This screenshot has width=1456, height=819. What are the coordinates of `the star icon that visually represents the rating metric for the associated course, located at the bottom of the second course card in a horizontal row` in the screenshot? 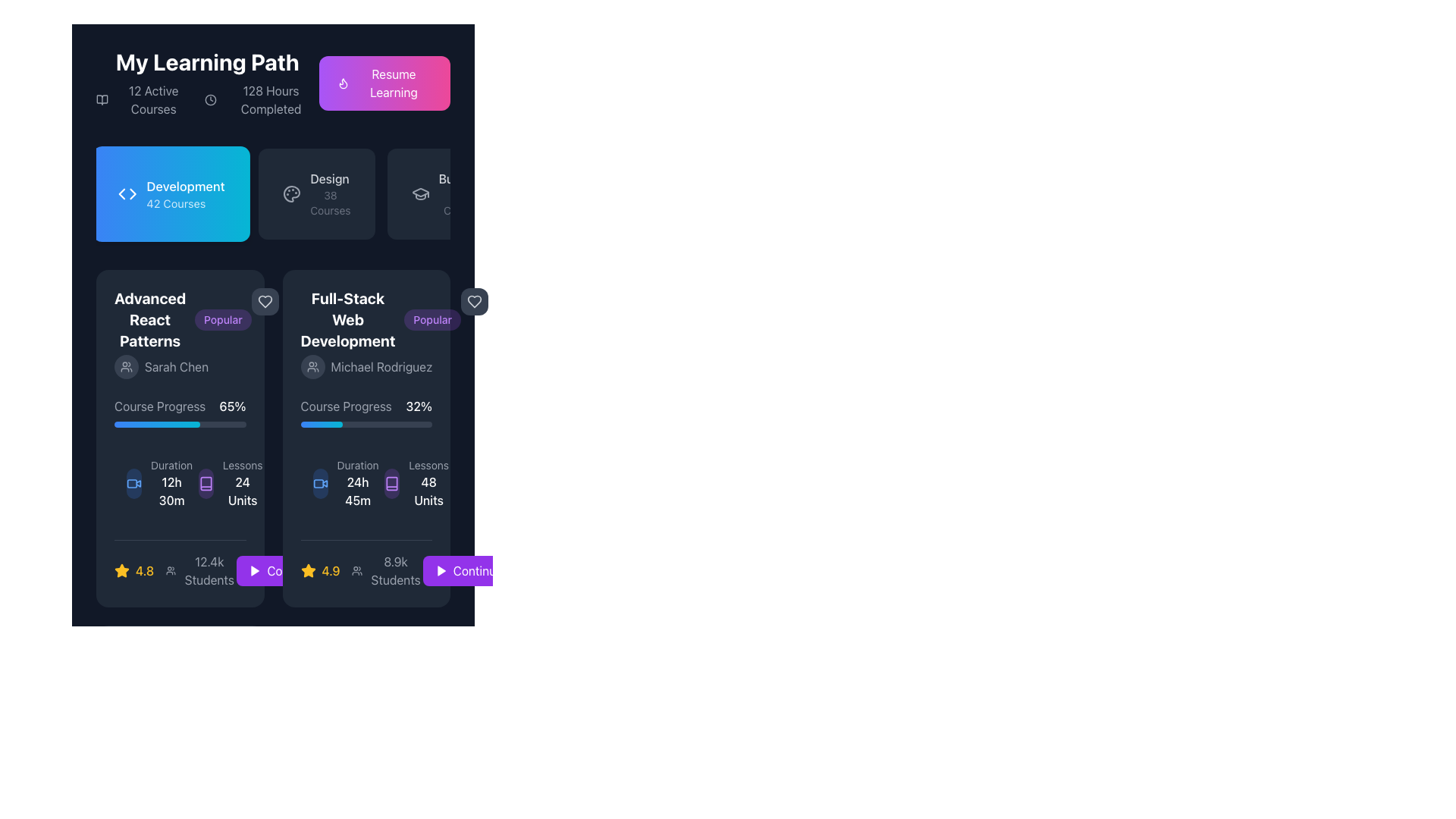 It's located at (122, 570).